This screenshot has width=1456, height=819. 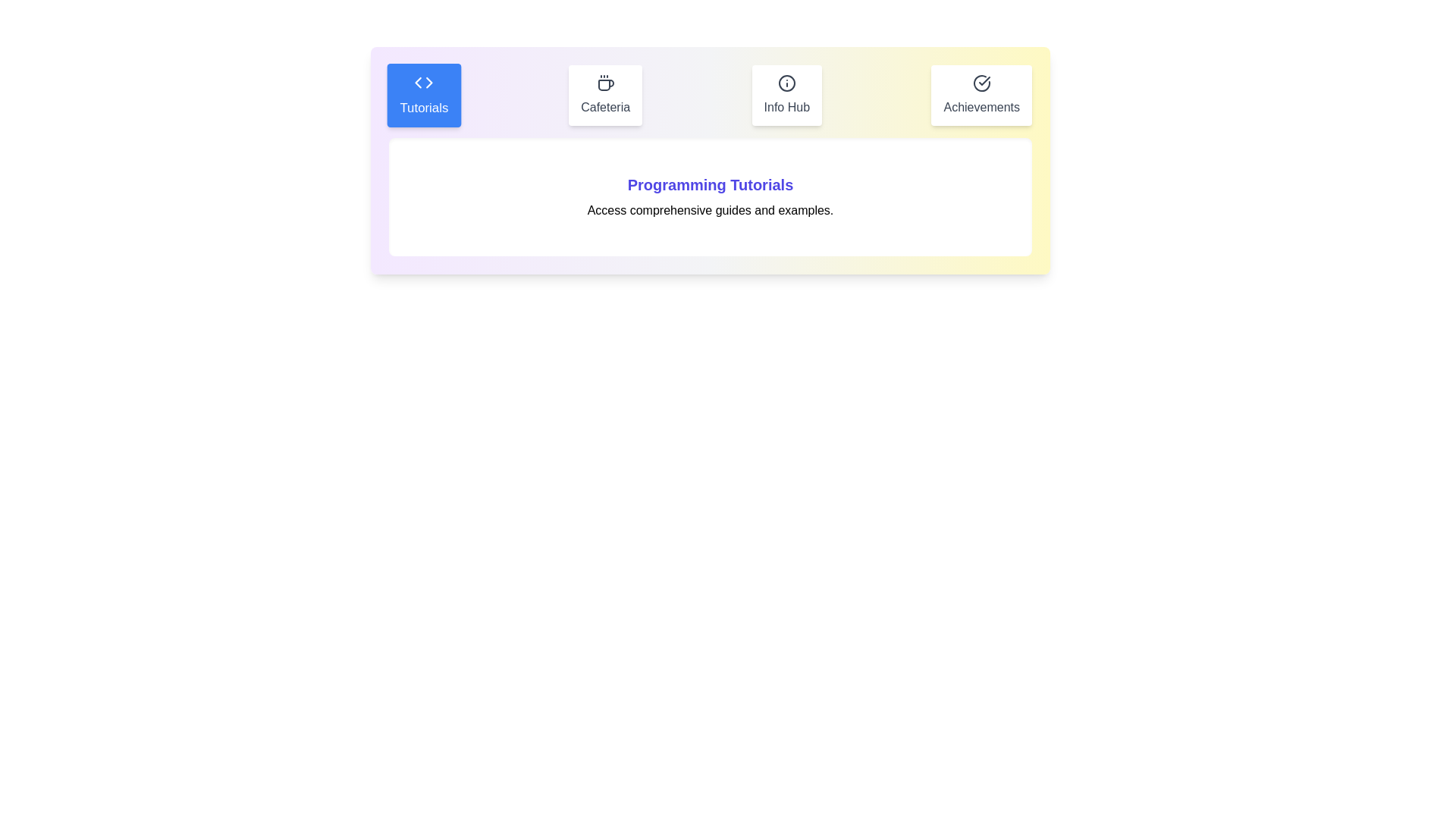 I want to click on the tab labeled Tutorials, so click(x=424, y=96).